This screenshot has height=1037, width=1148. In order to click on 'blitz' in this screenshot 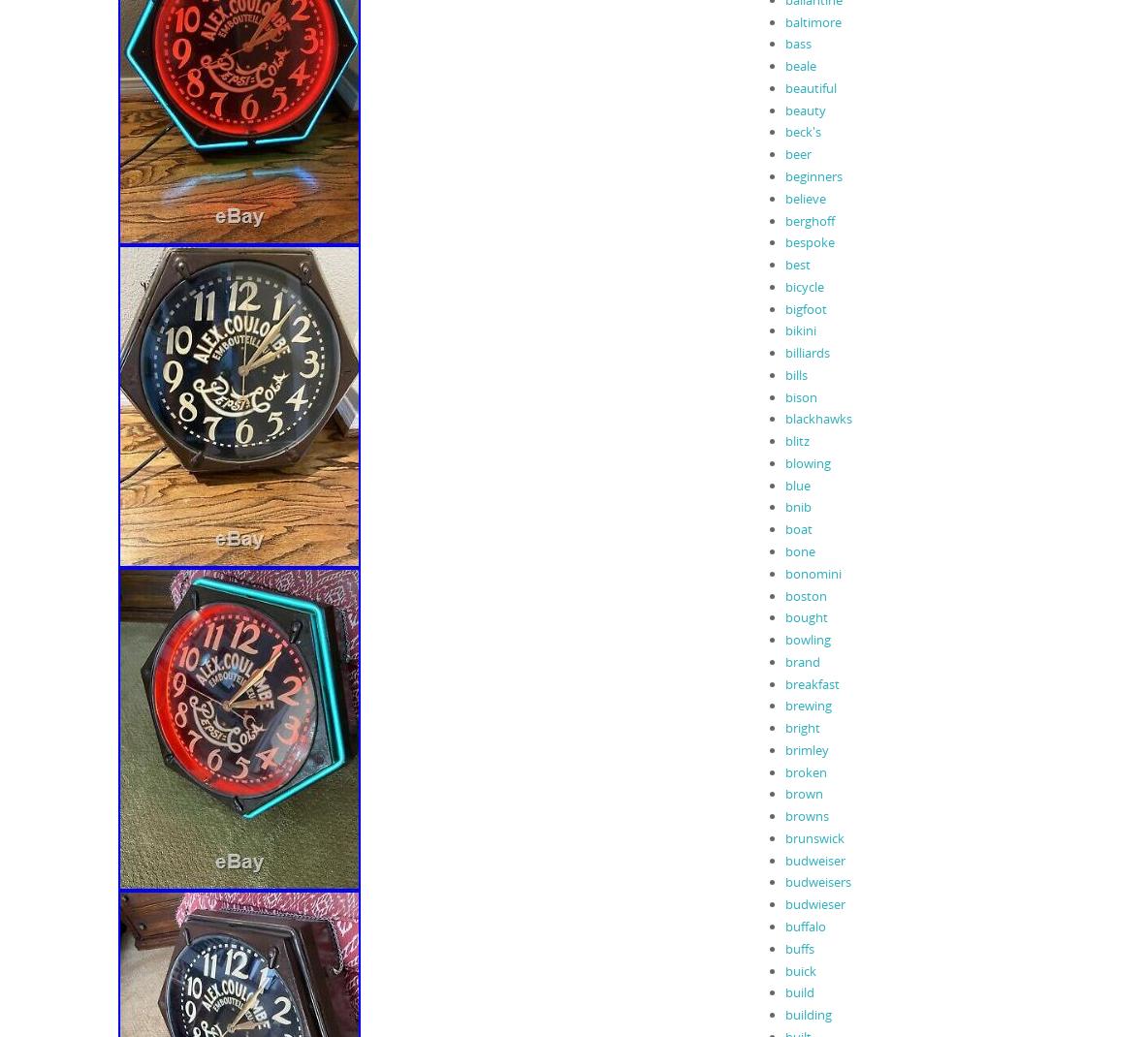, I will do `click(796, 440)`.